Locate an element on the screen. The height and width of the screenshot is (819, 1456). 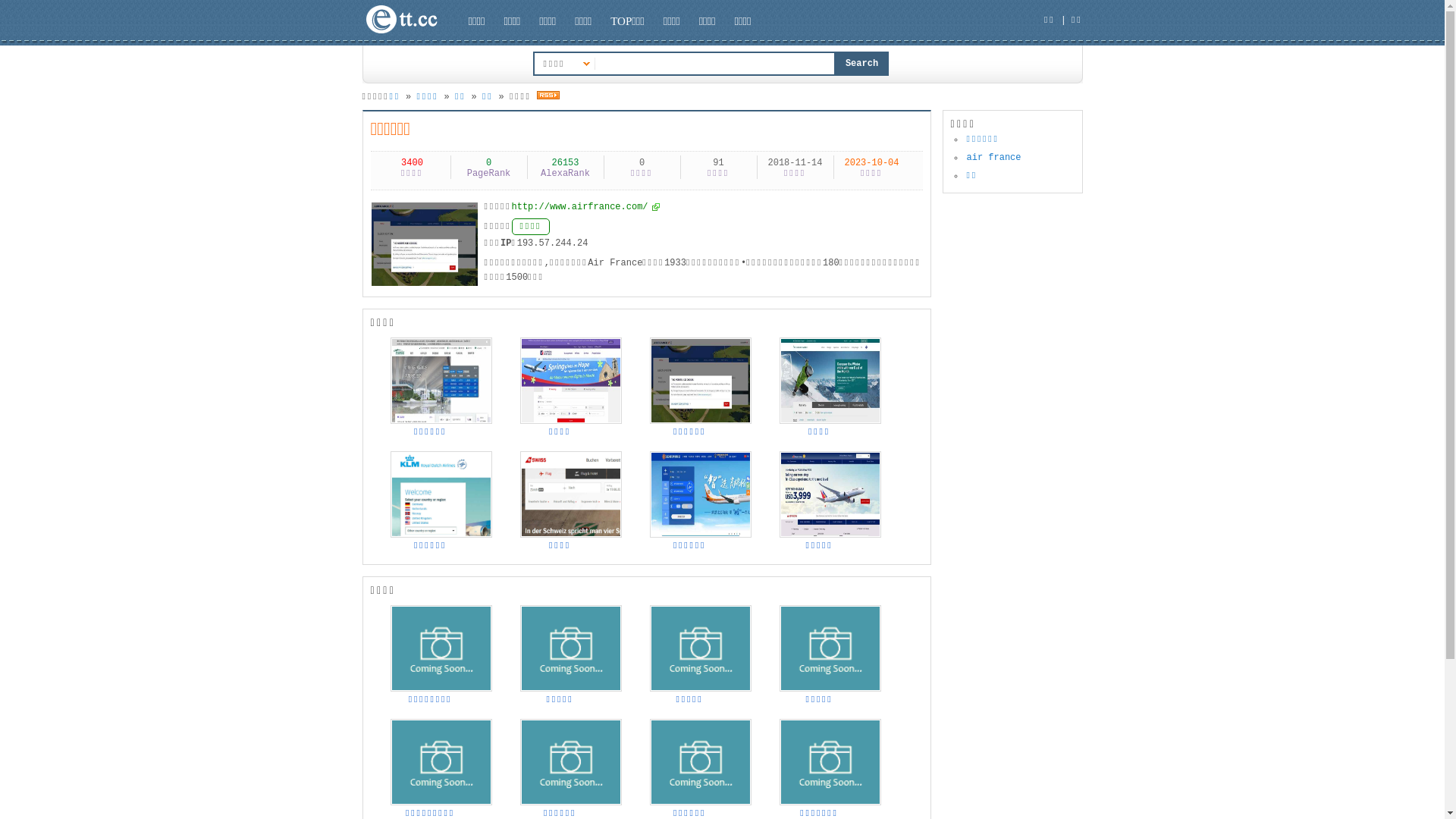
'Search' is located at coordinates (862, 63).